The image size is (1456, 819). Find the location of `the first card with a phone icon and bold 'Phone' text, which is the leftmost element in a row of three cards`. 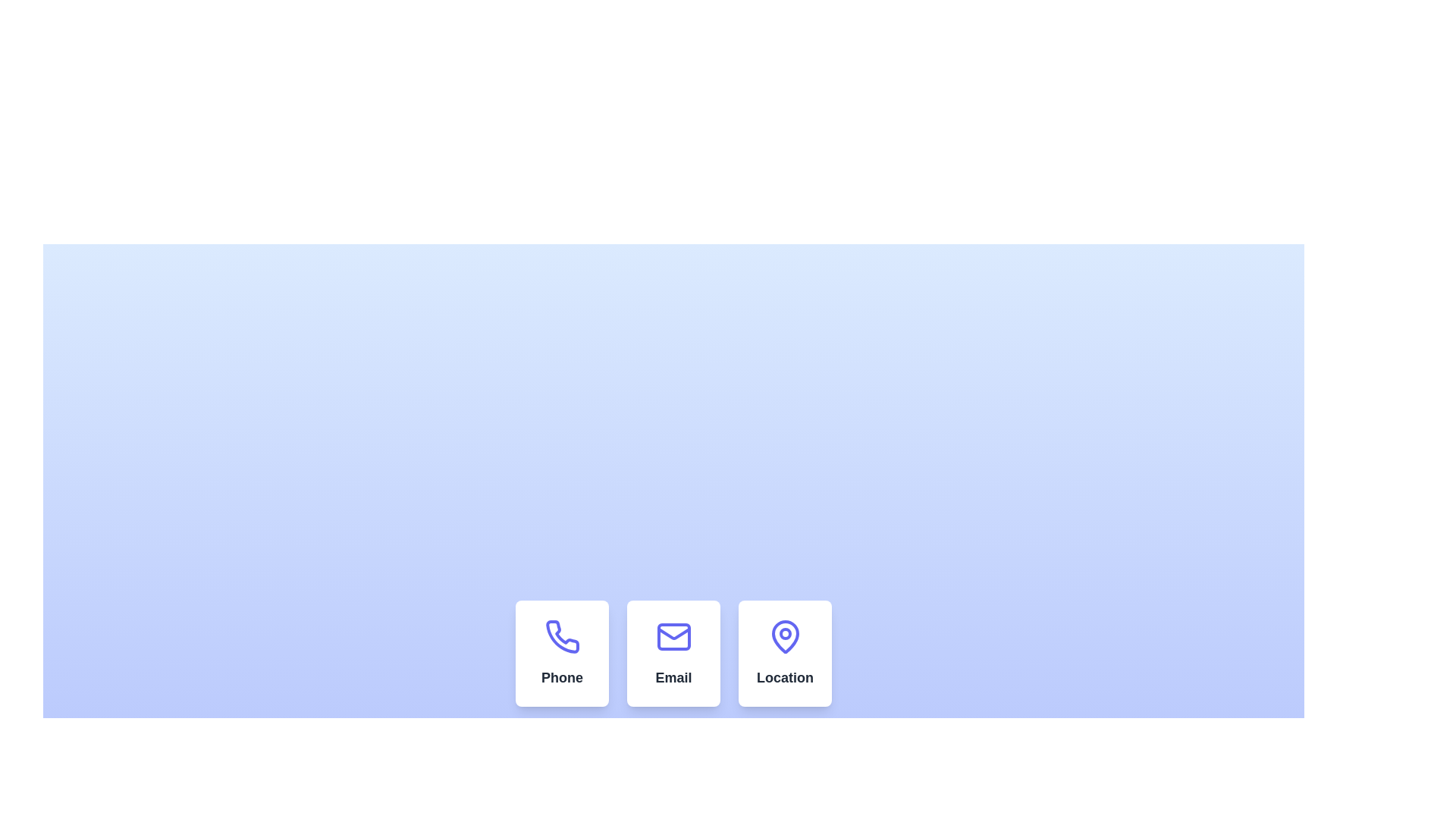

the first card with a phone icon and bold 'Phone' text, which is the leftmost element in a row of three cards is located at coordinates (561, 652).